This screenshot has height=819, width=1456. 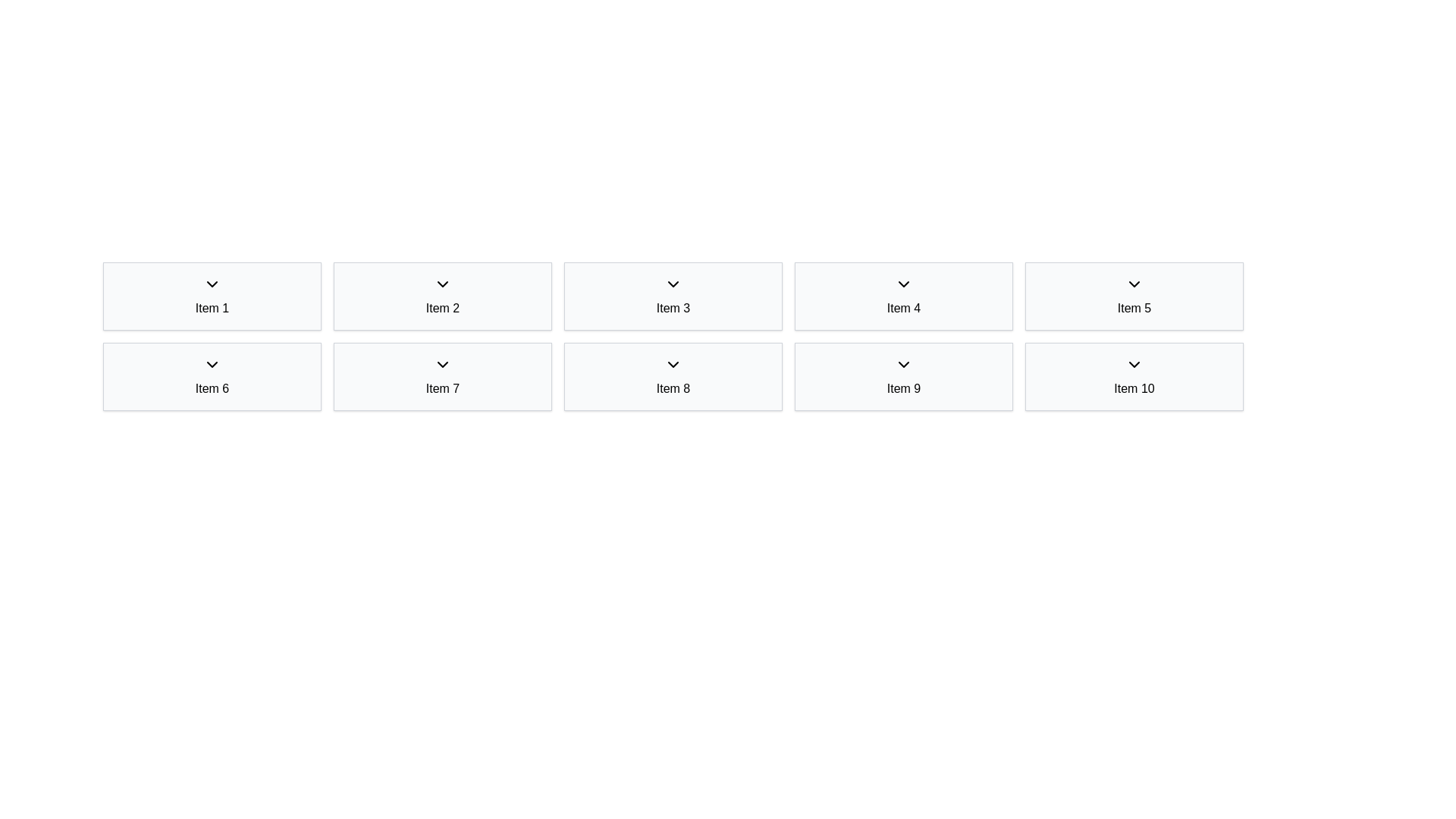 I want to click on white rectangular card labeled 'Item 10' with a downward arrow icon, located in the second row, fifth column of a 2-row grid layout, so click(x=1134, y=376).